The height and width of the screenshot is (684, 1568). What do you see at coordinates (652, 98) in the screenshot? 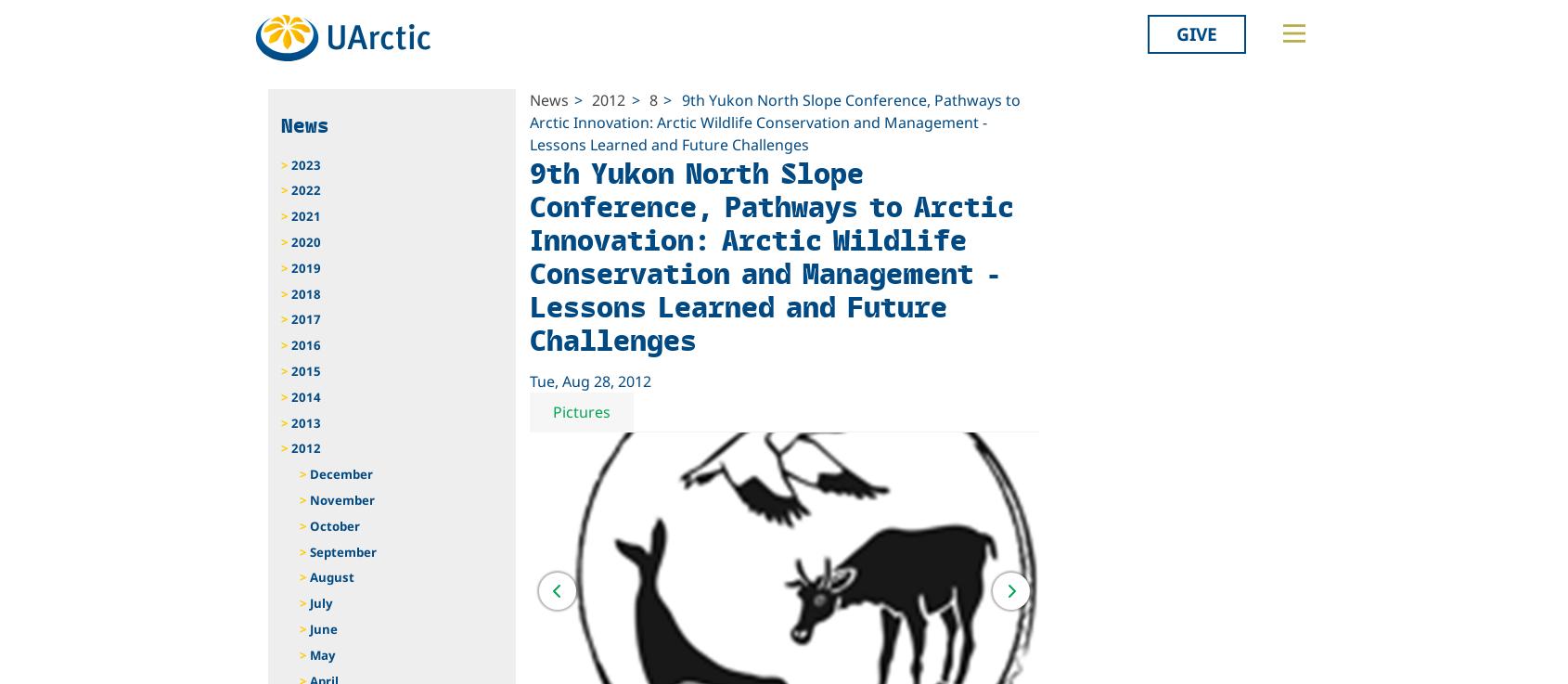
I see `'8'` at bounding box center [652, 98].